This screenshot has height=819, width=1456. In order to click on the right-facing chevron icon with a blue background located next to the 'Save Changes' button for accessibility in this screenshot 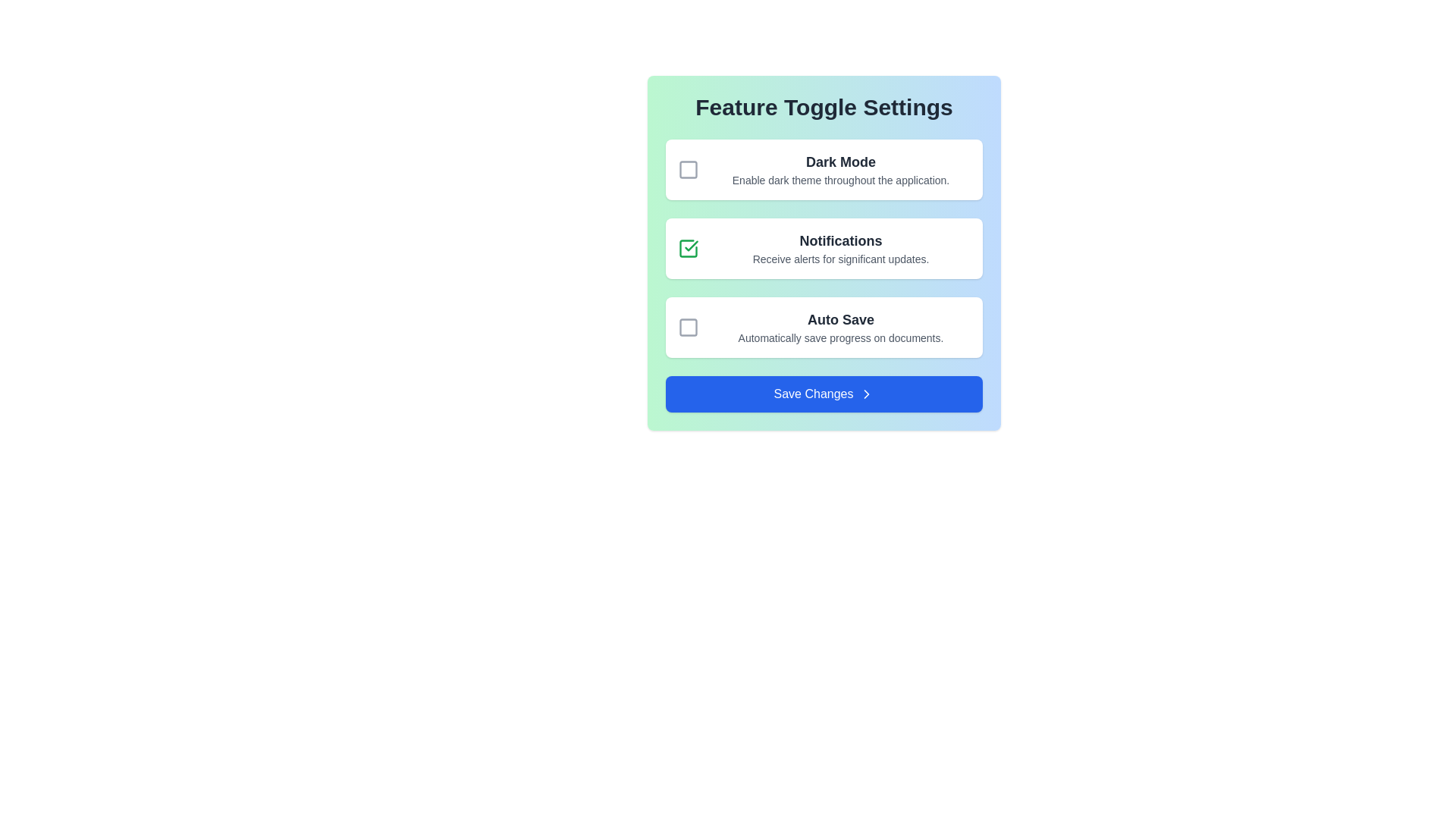, I will do `click(867, 394)`.